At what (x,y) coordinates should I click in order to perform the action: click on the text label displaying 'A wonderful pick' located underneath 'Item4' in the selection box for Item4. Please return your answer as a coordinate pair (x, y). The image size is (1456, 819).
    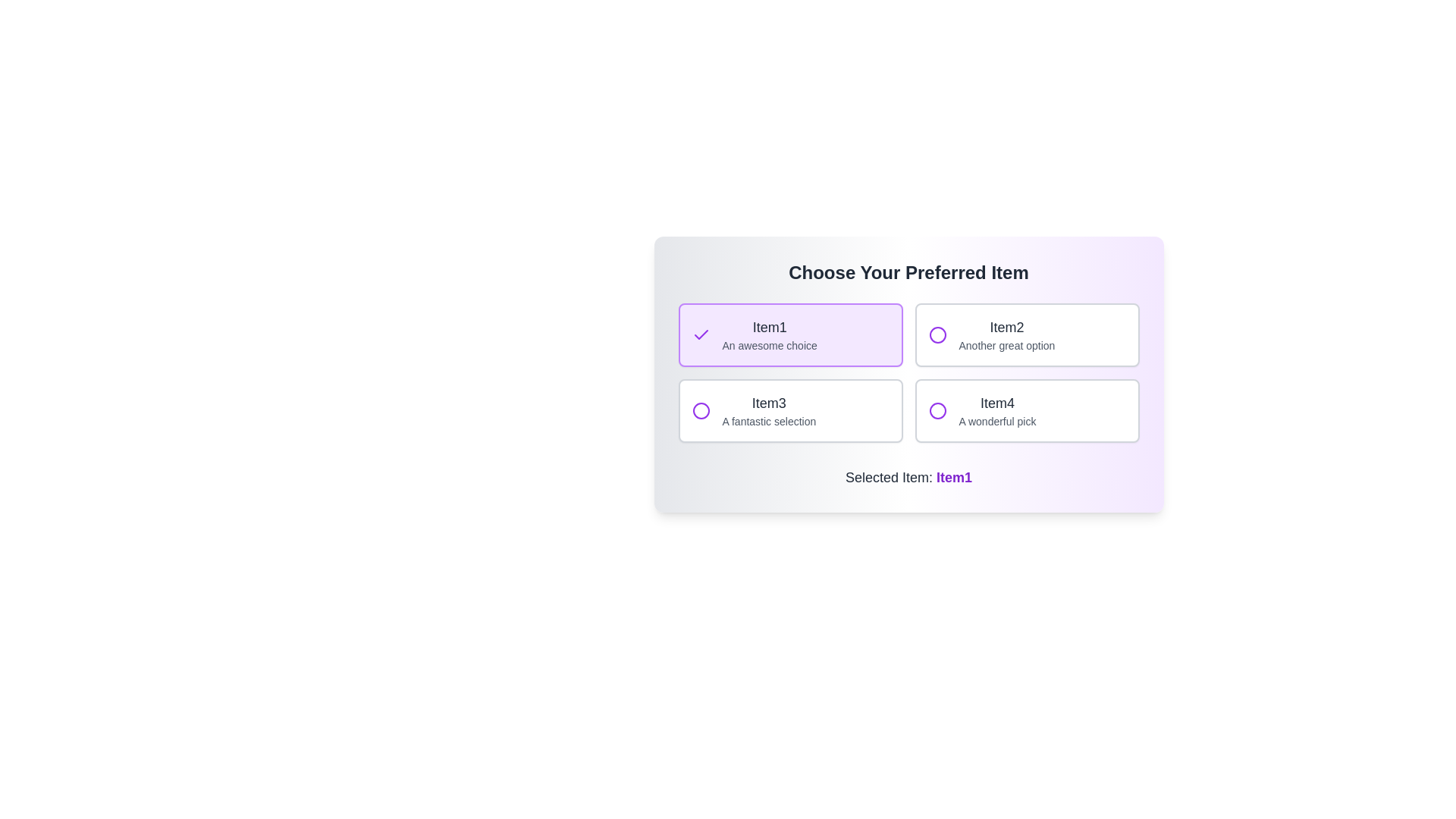
    Looking at the image, I should click on (997, 421).